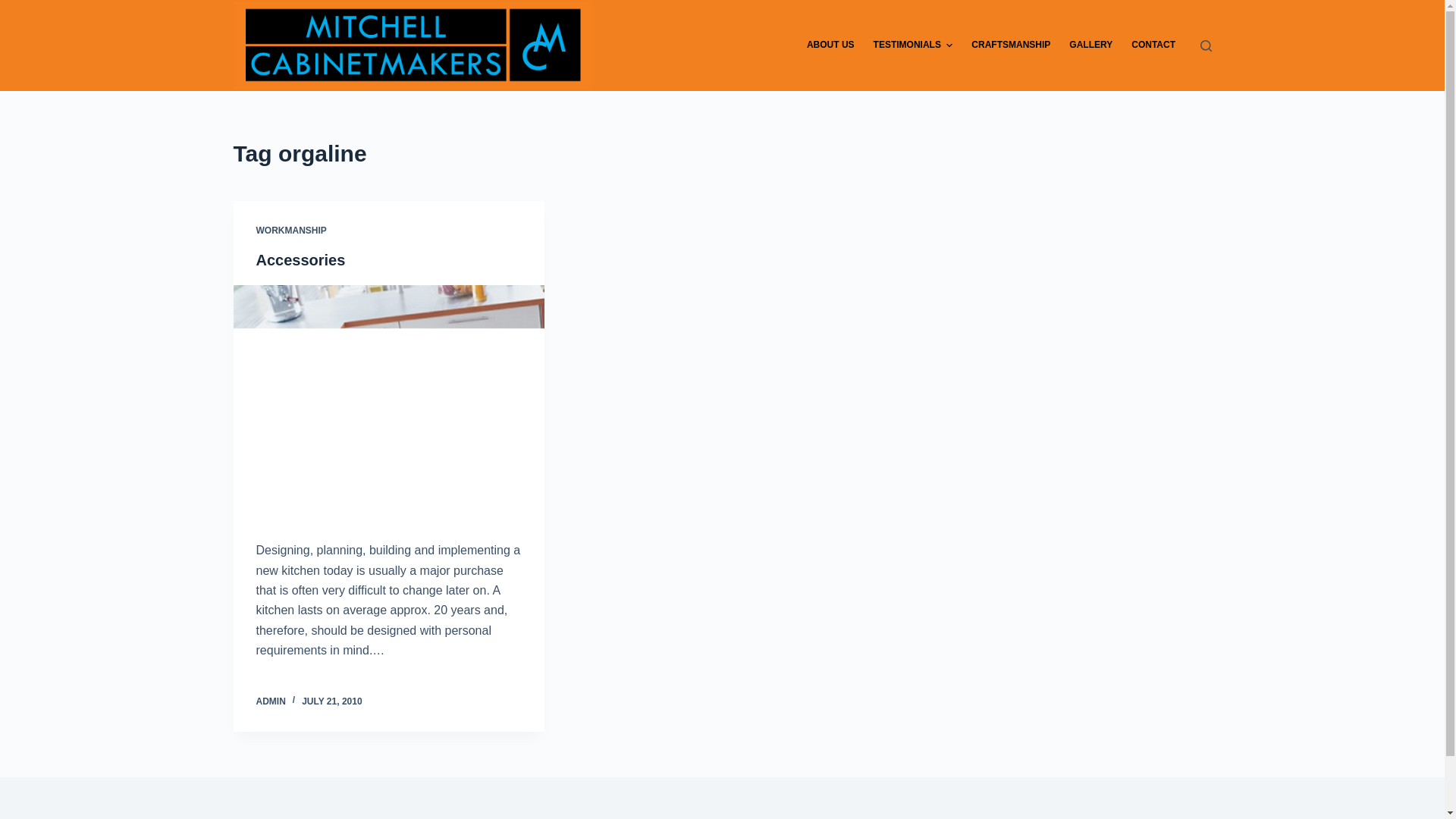 The width and height of the screenshot is (1456, 819). Describe the element at coordinates (1011, 45) in the screenshot. I see `'CRAFTSMANSHIP'` at that location.